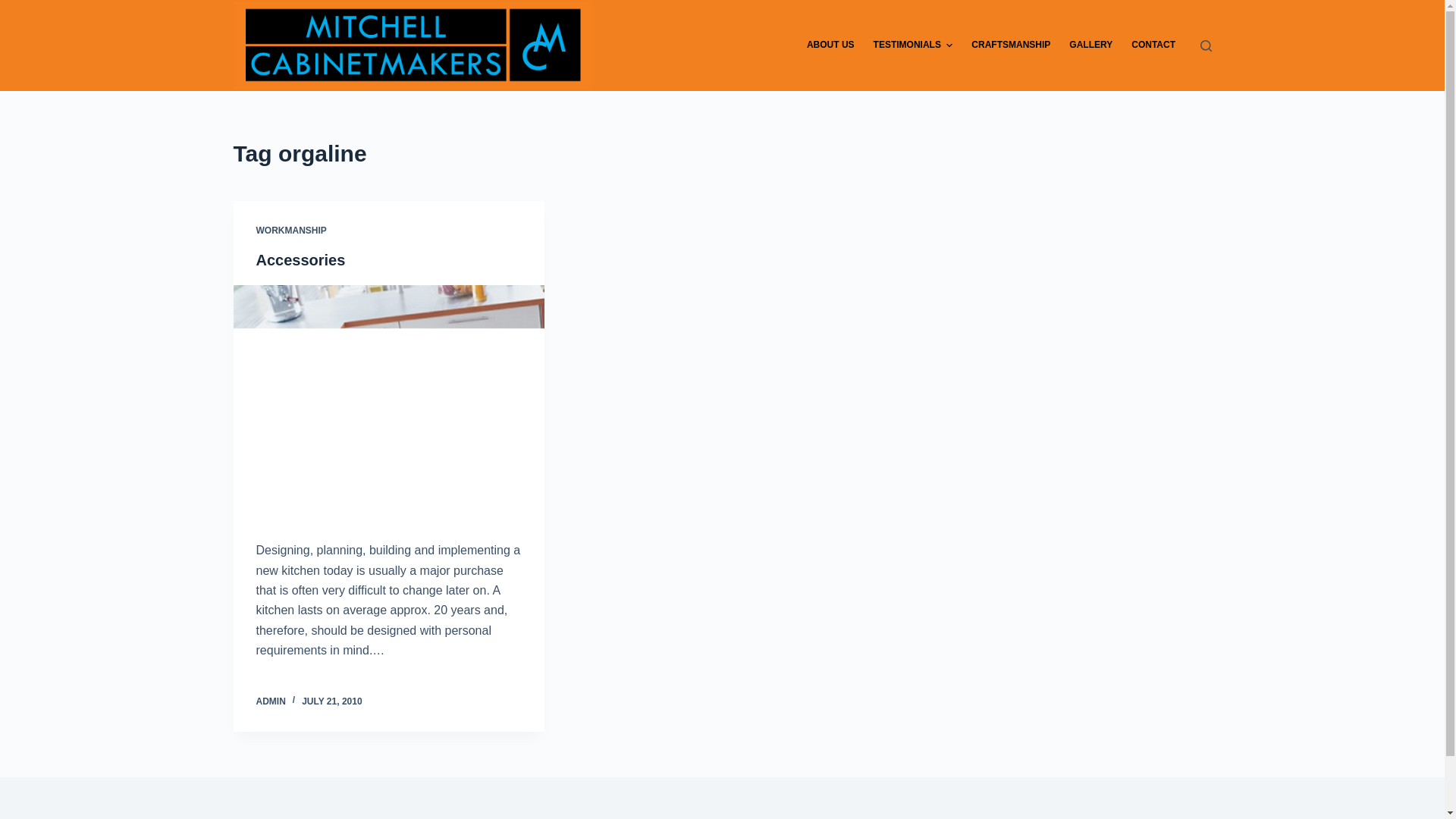 The width and height of the screenshot is (1456, 819). Describe the element at coordinates (1011, 45) in the screenshot. I see `'CRAFTSMANSHIP'` at that location.